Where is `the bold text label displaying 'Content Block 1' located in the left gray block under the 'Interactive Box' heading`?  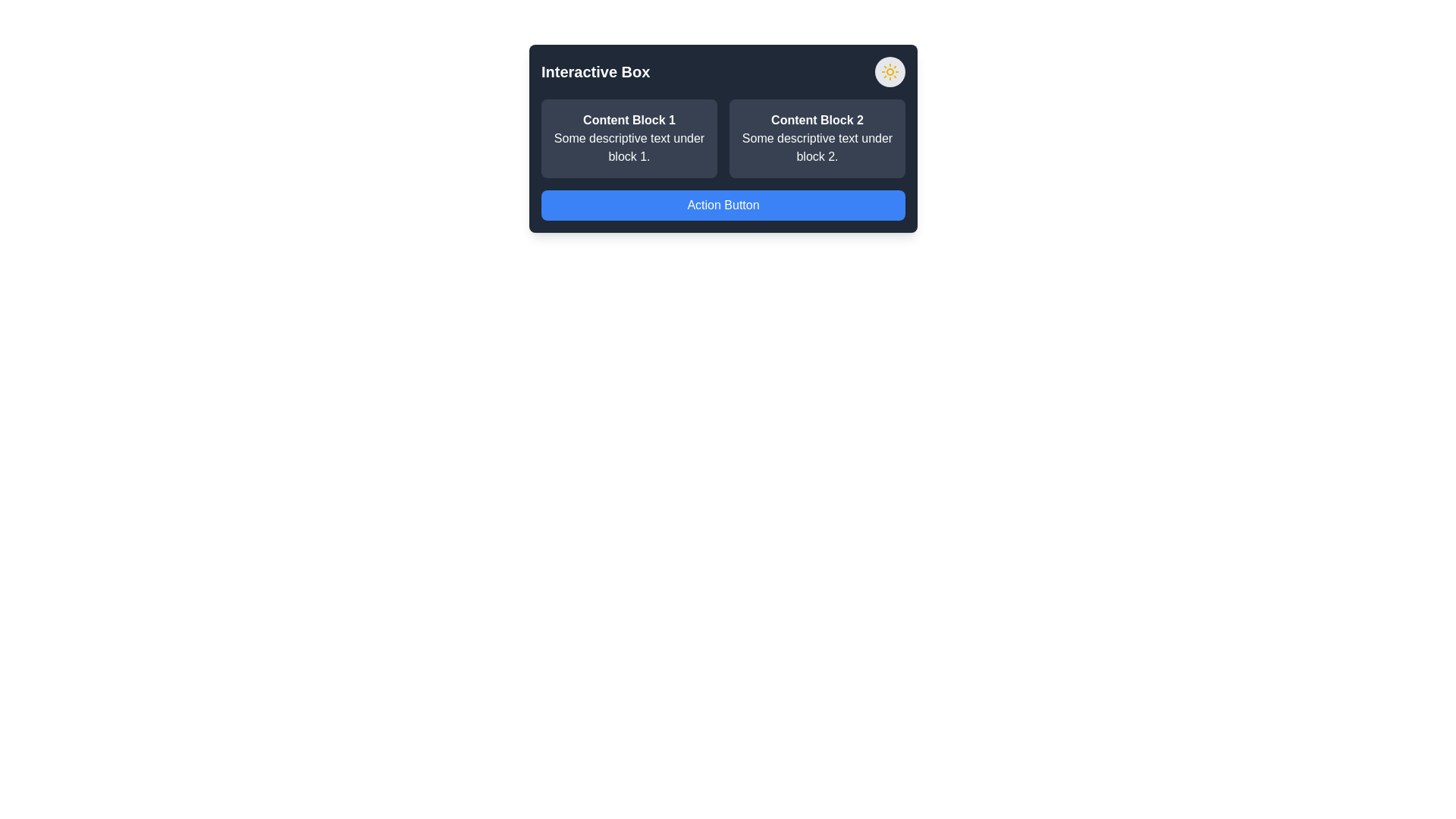 the bold text label displaying 'Content Block 1' located in the left gray block under the 'Interactive Box' heading is located at coordinates (629, 119).